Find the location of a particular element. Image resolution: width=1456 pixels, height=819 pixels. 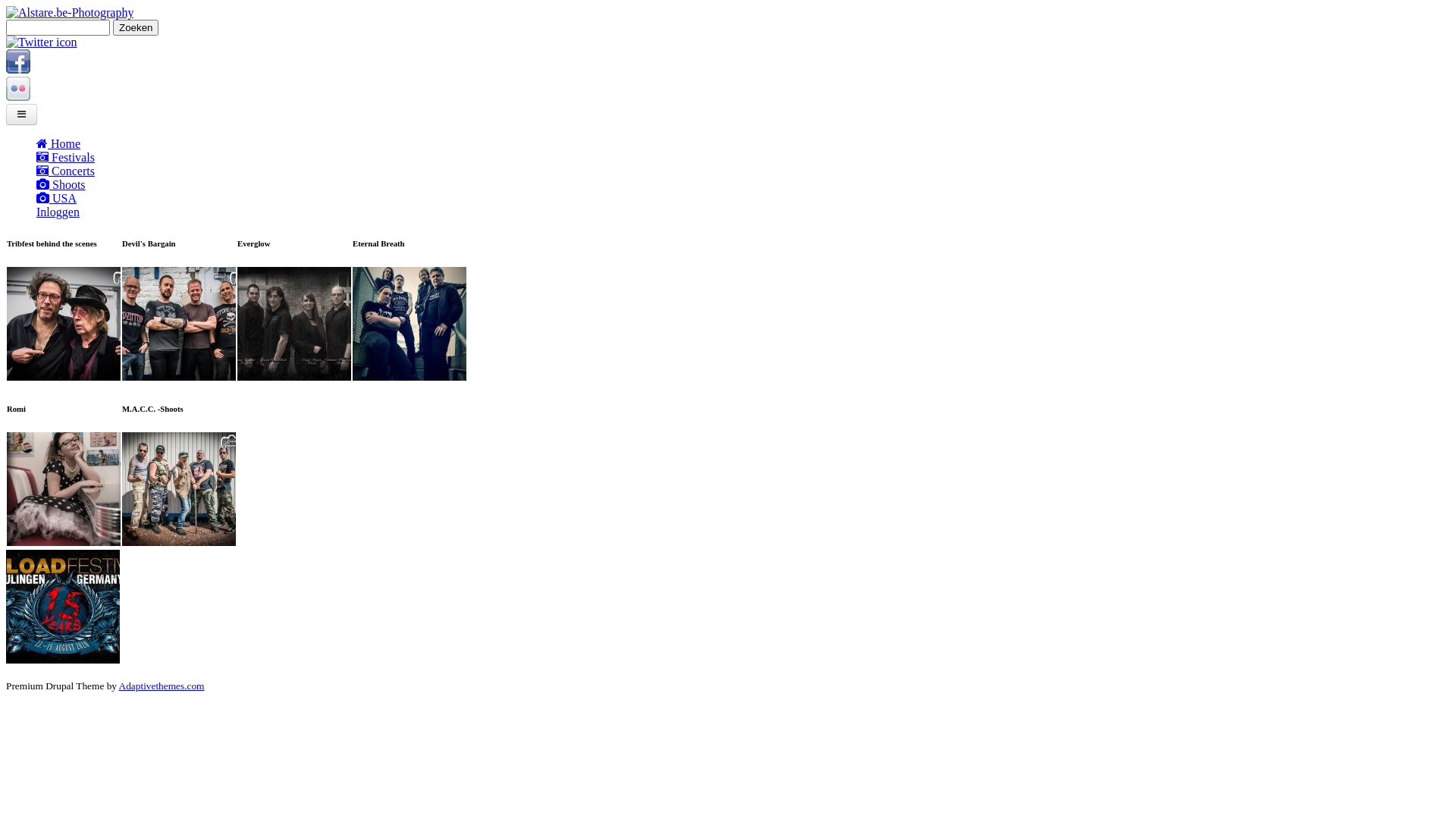

'Visit Altare.be-Photography on Flickr' is located at coordinates (18, 96).